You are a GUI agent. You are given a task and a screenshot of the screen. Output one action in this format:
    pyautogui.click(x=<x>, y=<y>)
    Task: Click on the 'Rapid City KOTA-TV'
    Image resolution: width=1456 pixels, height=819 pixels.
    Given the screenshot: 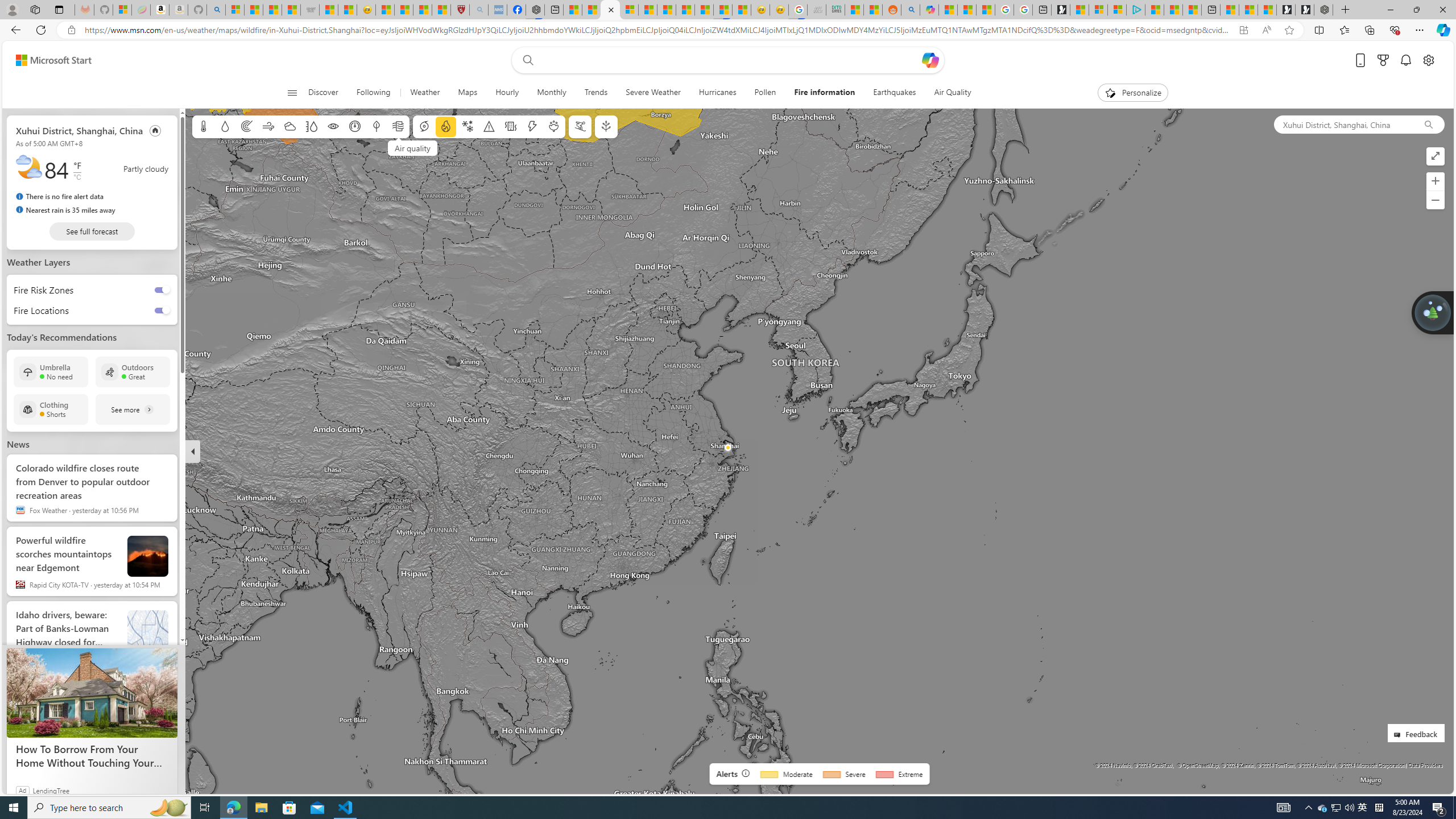 What is the action you would take?
    pyautogui.click(x=19, y=584)
    